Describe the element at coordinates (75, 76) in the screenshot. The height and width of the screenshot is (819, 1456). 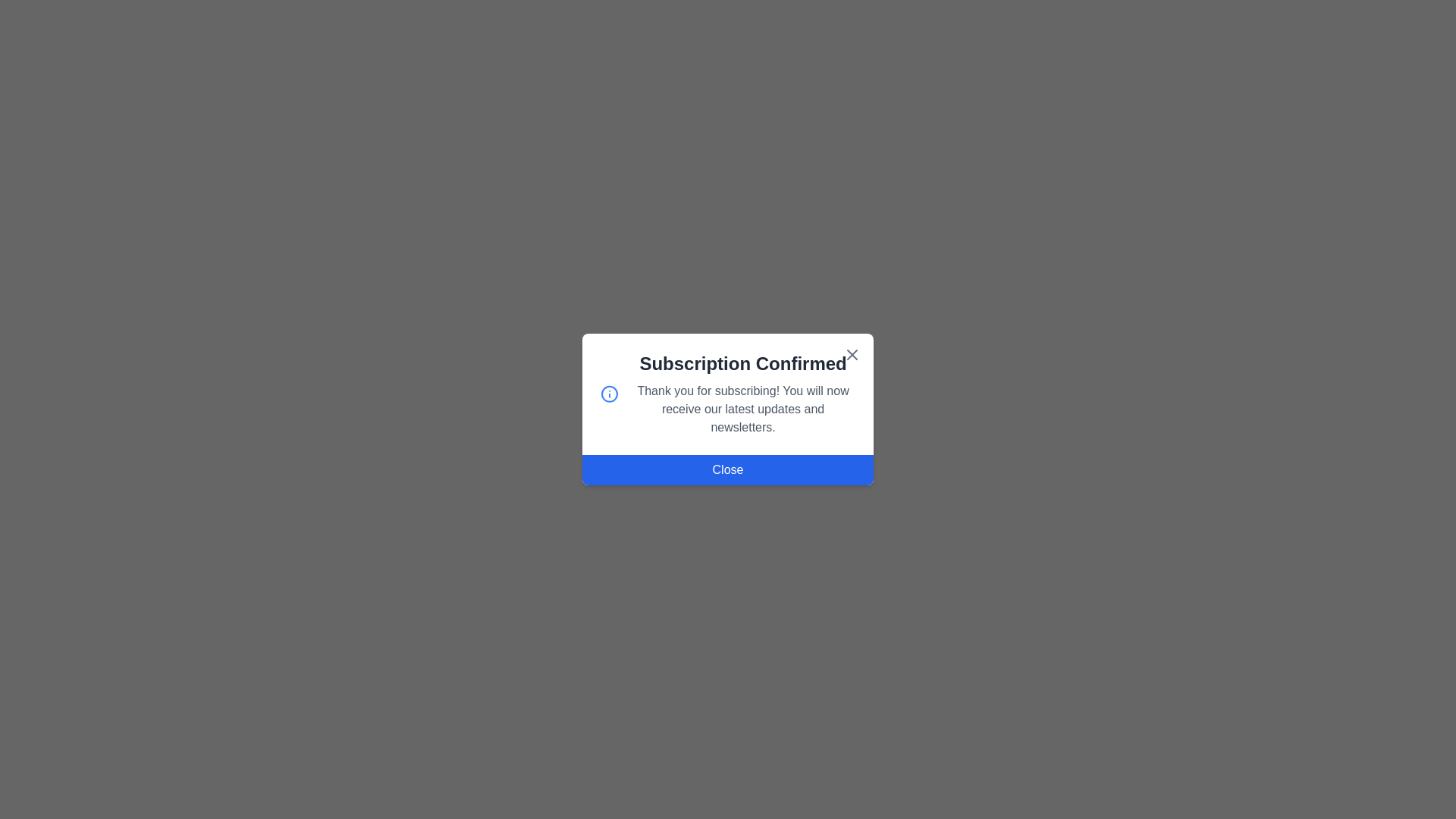
I see `the background area to close the dialog` at that location.